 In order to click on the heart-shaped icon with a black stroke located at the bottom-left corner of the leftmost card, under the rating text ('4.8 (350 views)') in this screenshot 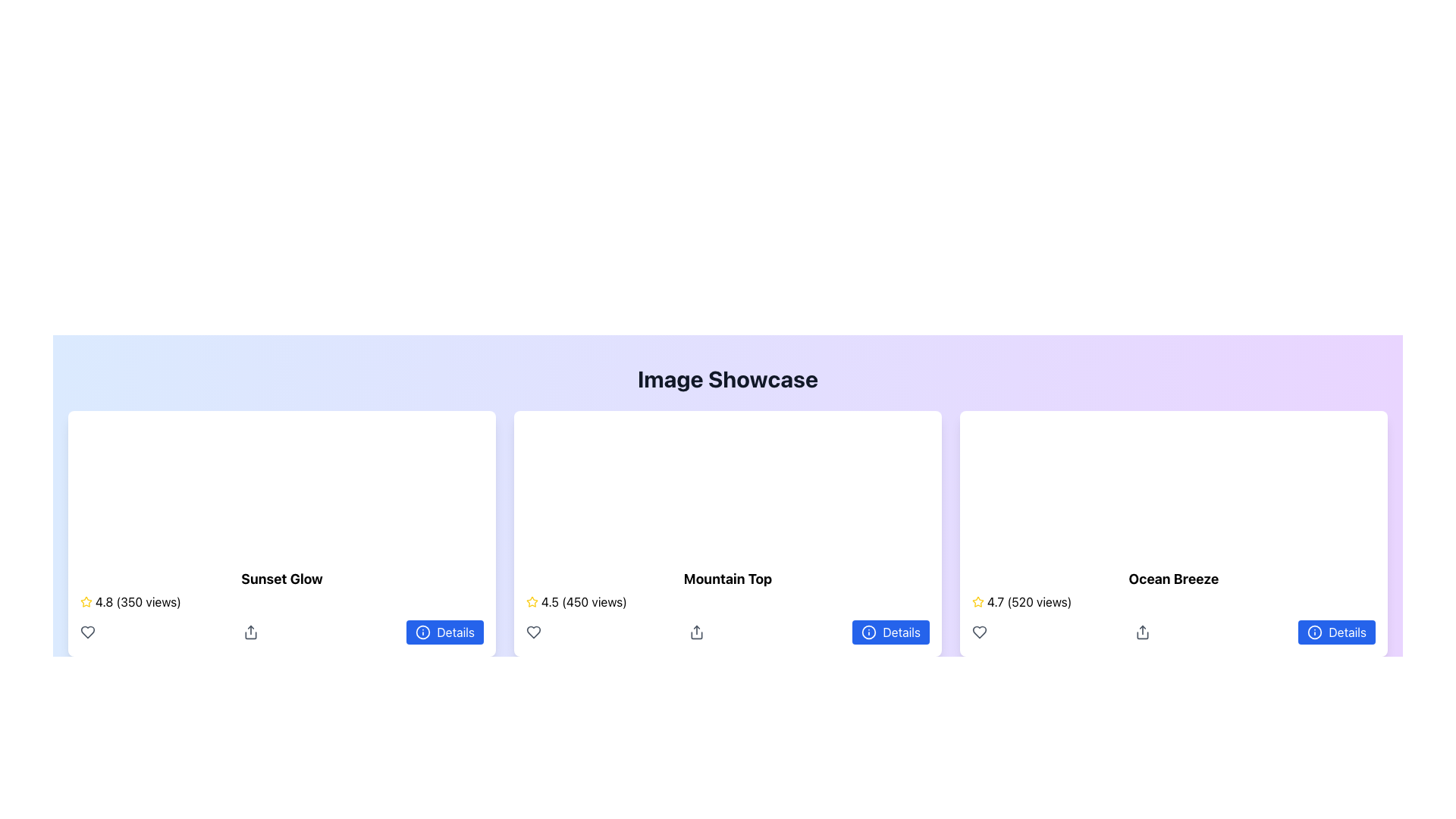, I will do `click(86, 632)`.